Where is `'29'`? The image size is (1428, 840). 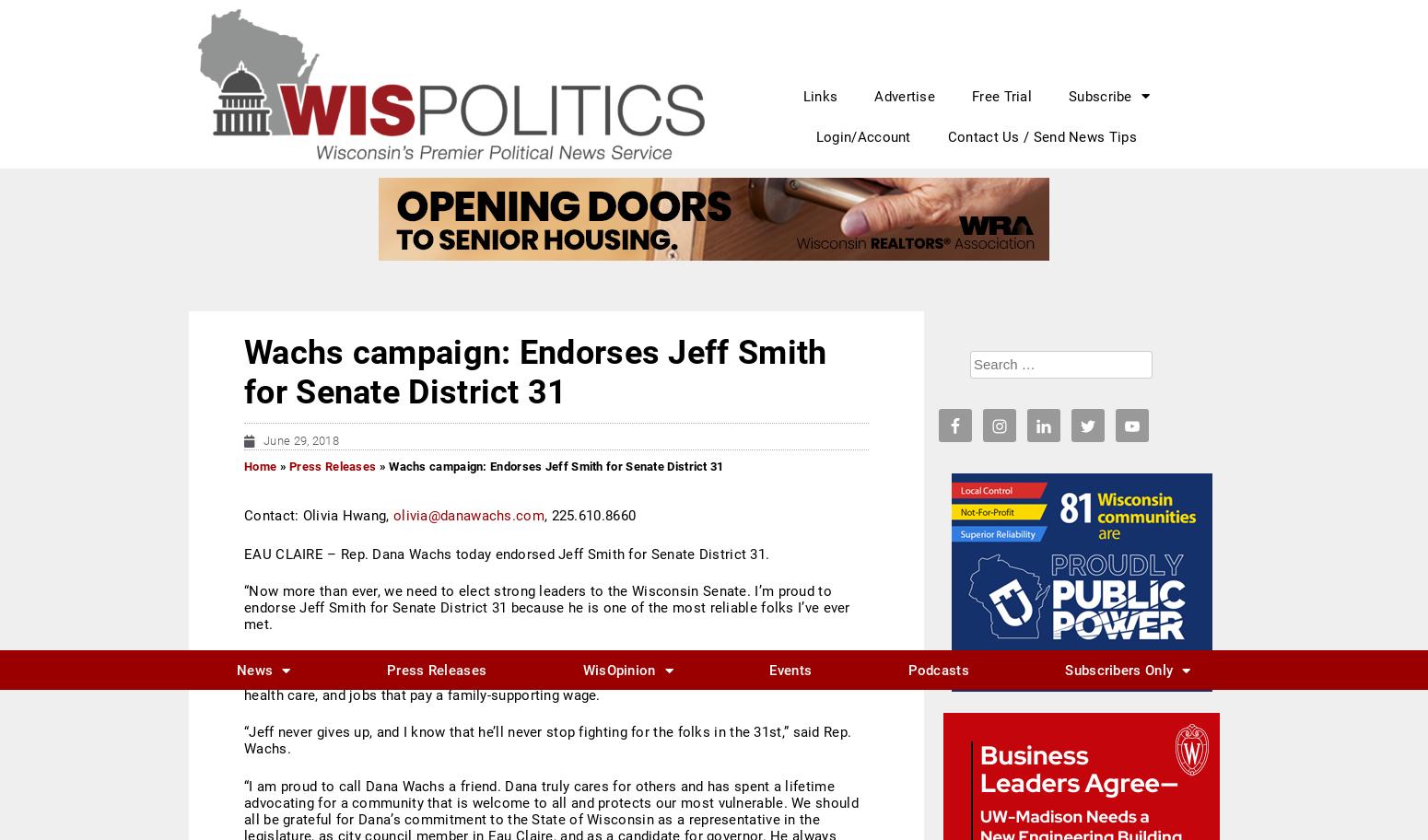 '29' is located at coordinates (962, 383).